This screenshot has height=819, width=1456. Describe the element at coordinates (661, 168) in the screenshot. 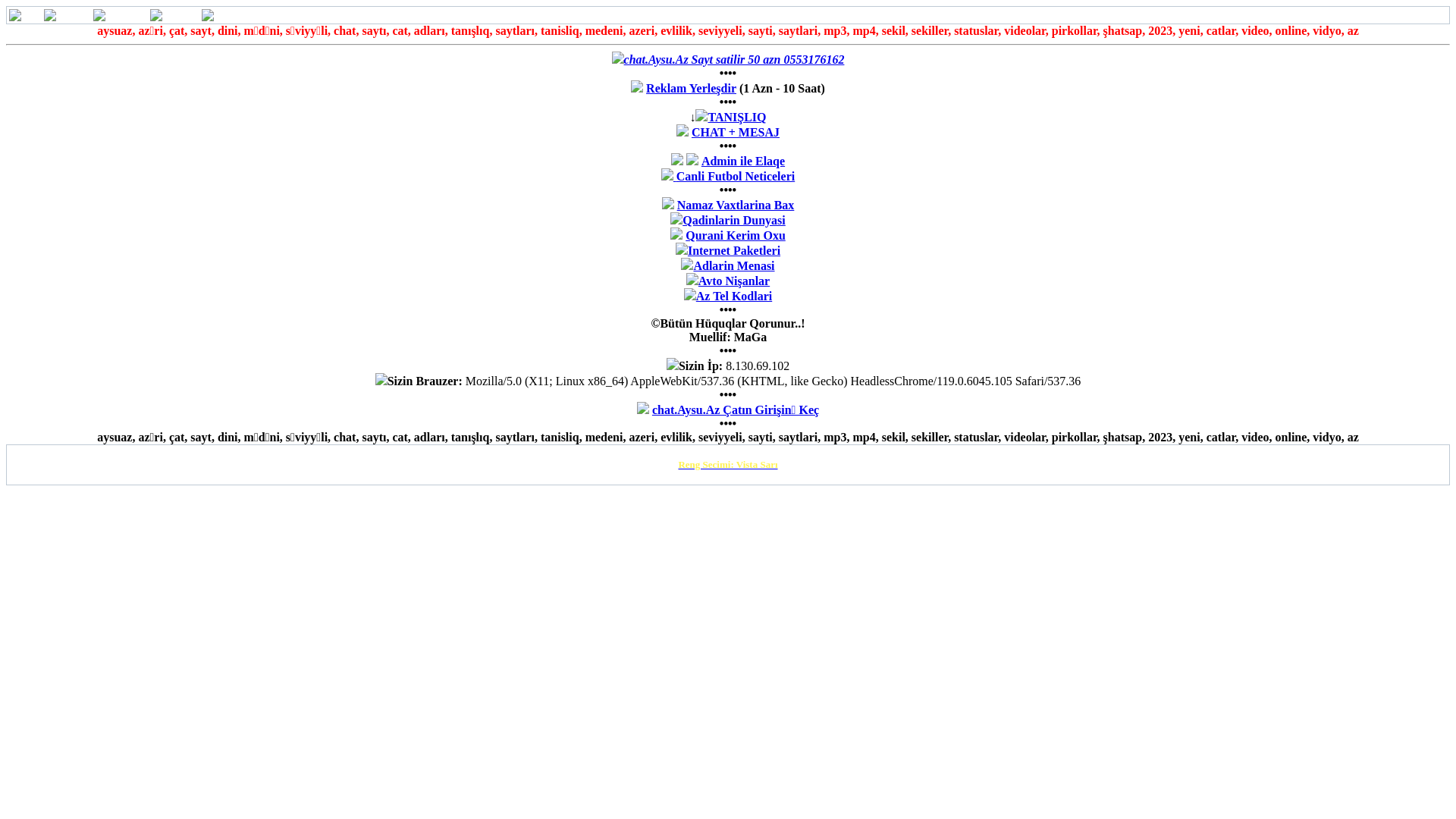

I see `'Admin ile Elaqe'` at that location.